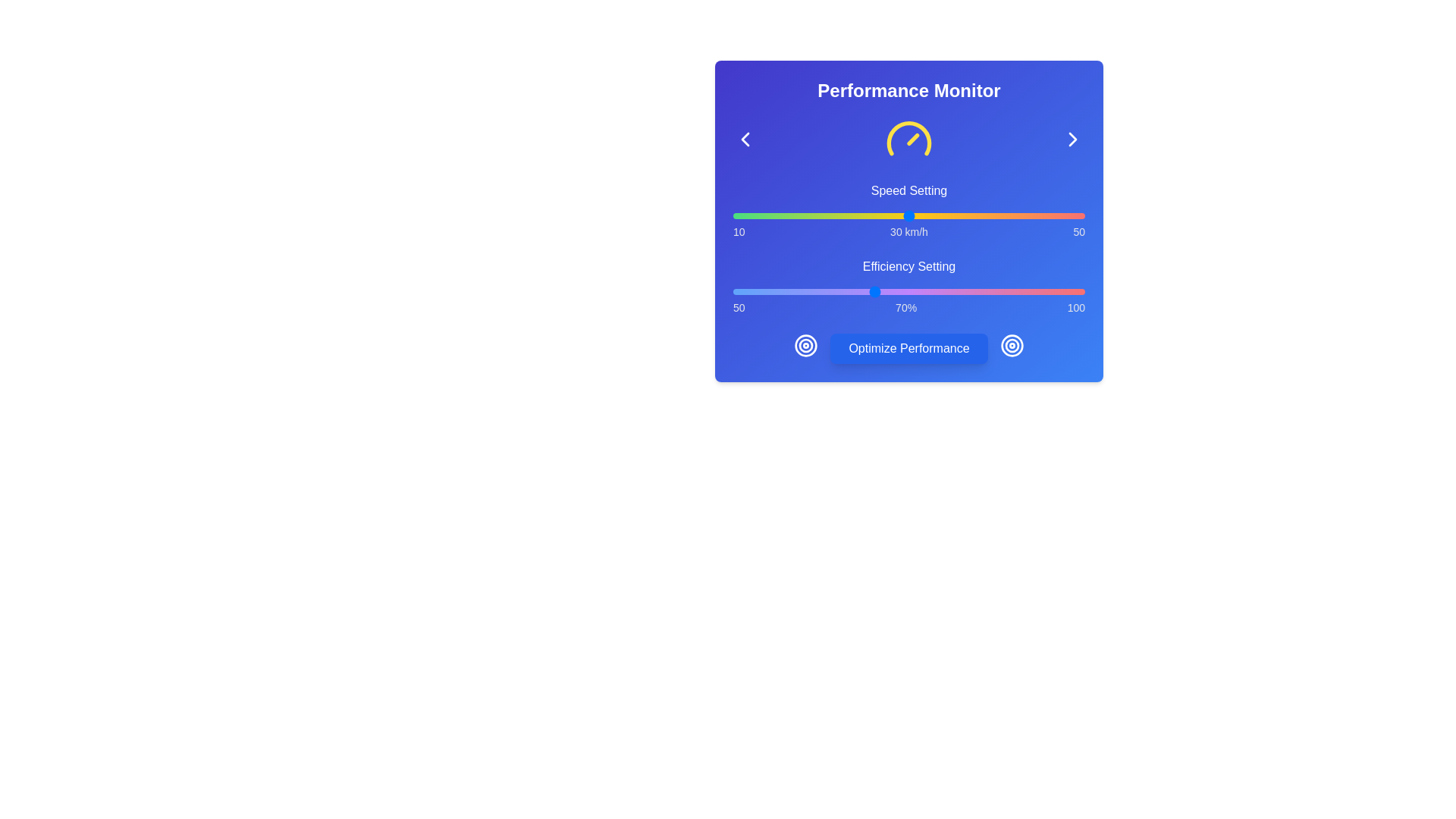  What do you see at coordinates (768, 216) in the screenshot?
I see `the speed setting to 14 km/h by interacting with the slider` at bounding box center [768, 216].